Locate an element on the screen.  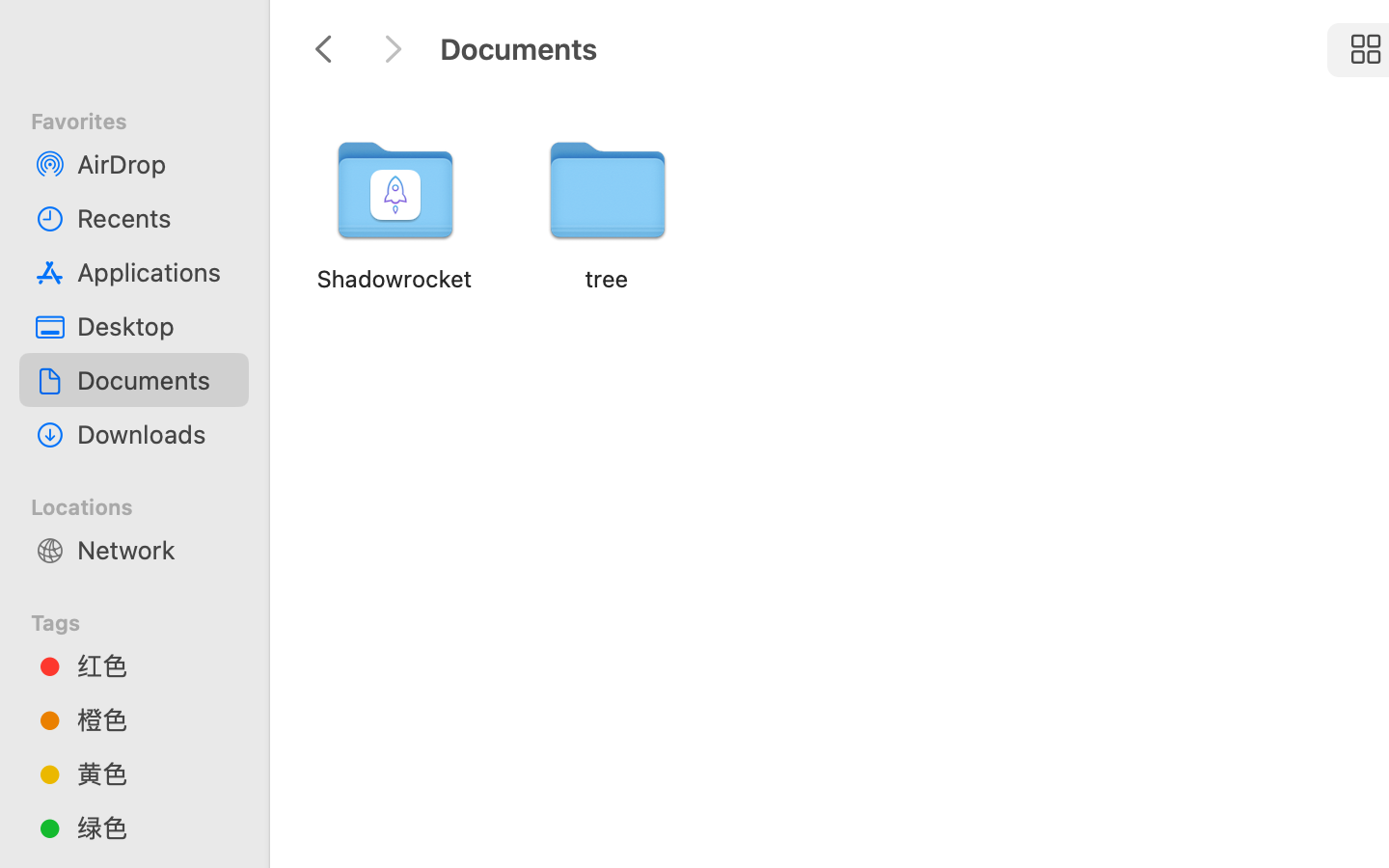
'Tags' is located at coordinates (145, 619).